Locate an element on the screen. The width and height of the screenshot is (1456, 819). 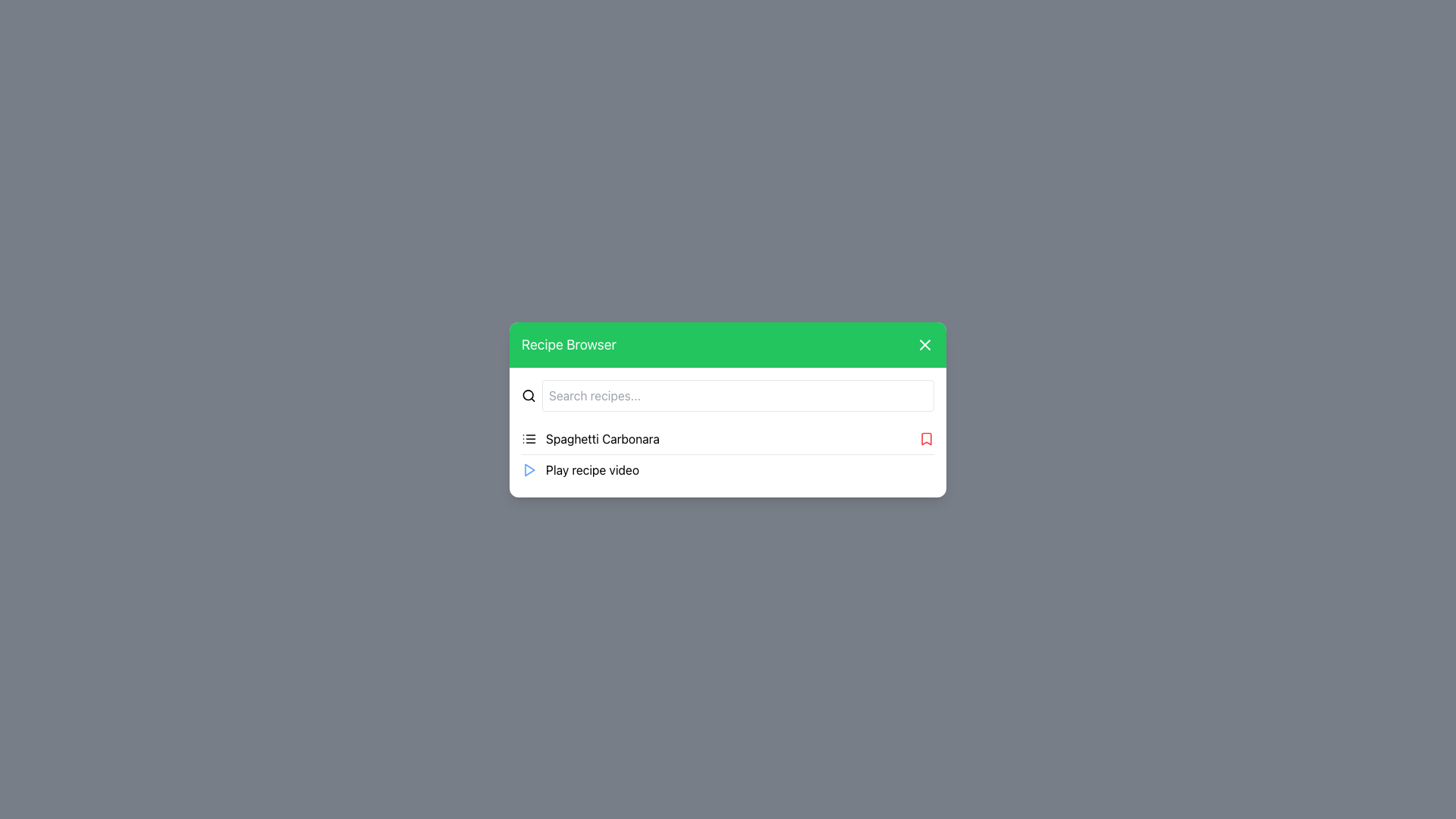
the bookmark icon located on the far right of the second row, adjacent to 'Spaghetti Carbonara' is located at coordinates (926, 438).